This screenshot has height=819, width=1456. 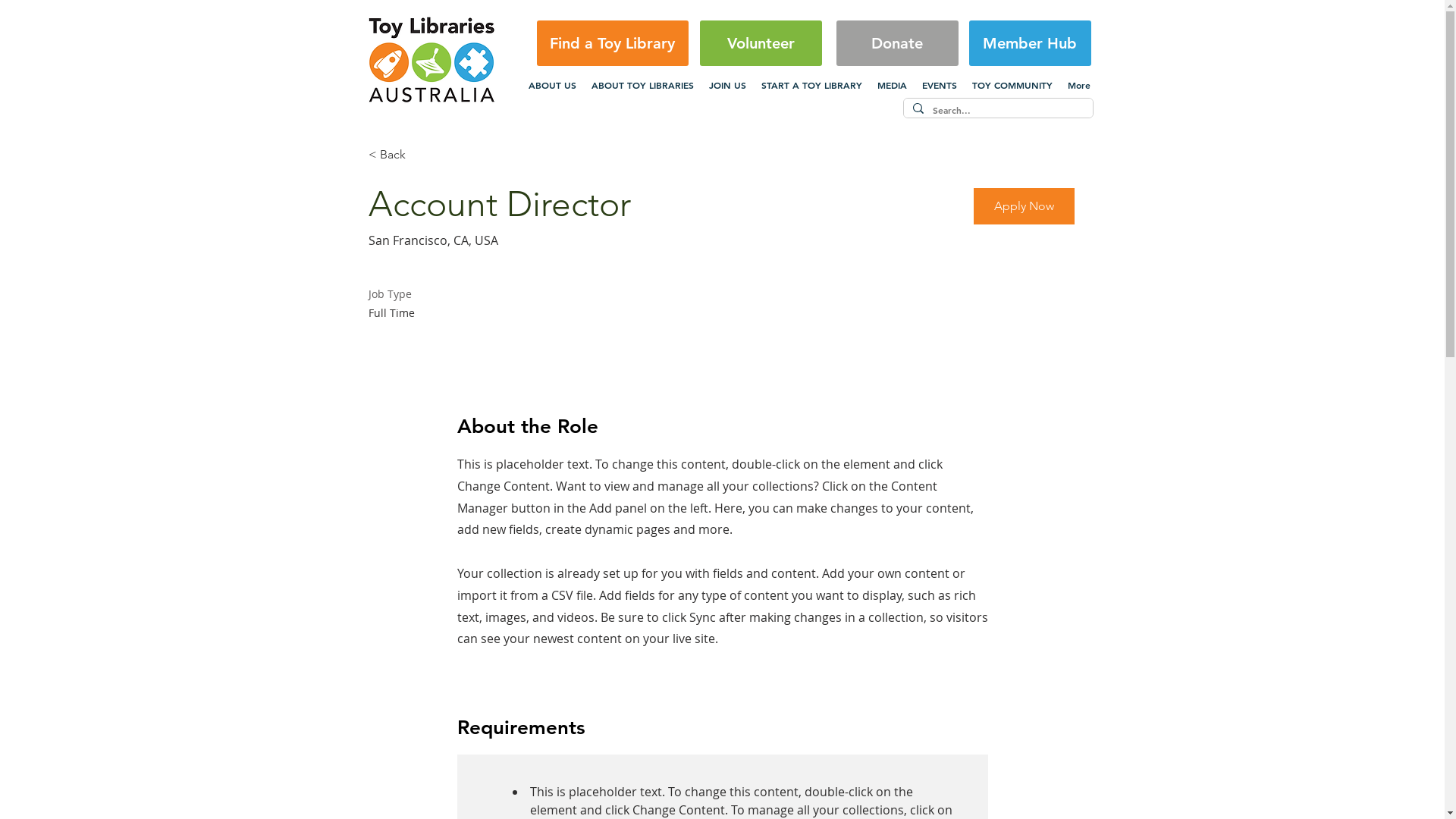 What do you see at coordinates (891, 84) in the screenshot?
I see `'MEDIA'` at bounding box center [891, 84].